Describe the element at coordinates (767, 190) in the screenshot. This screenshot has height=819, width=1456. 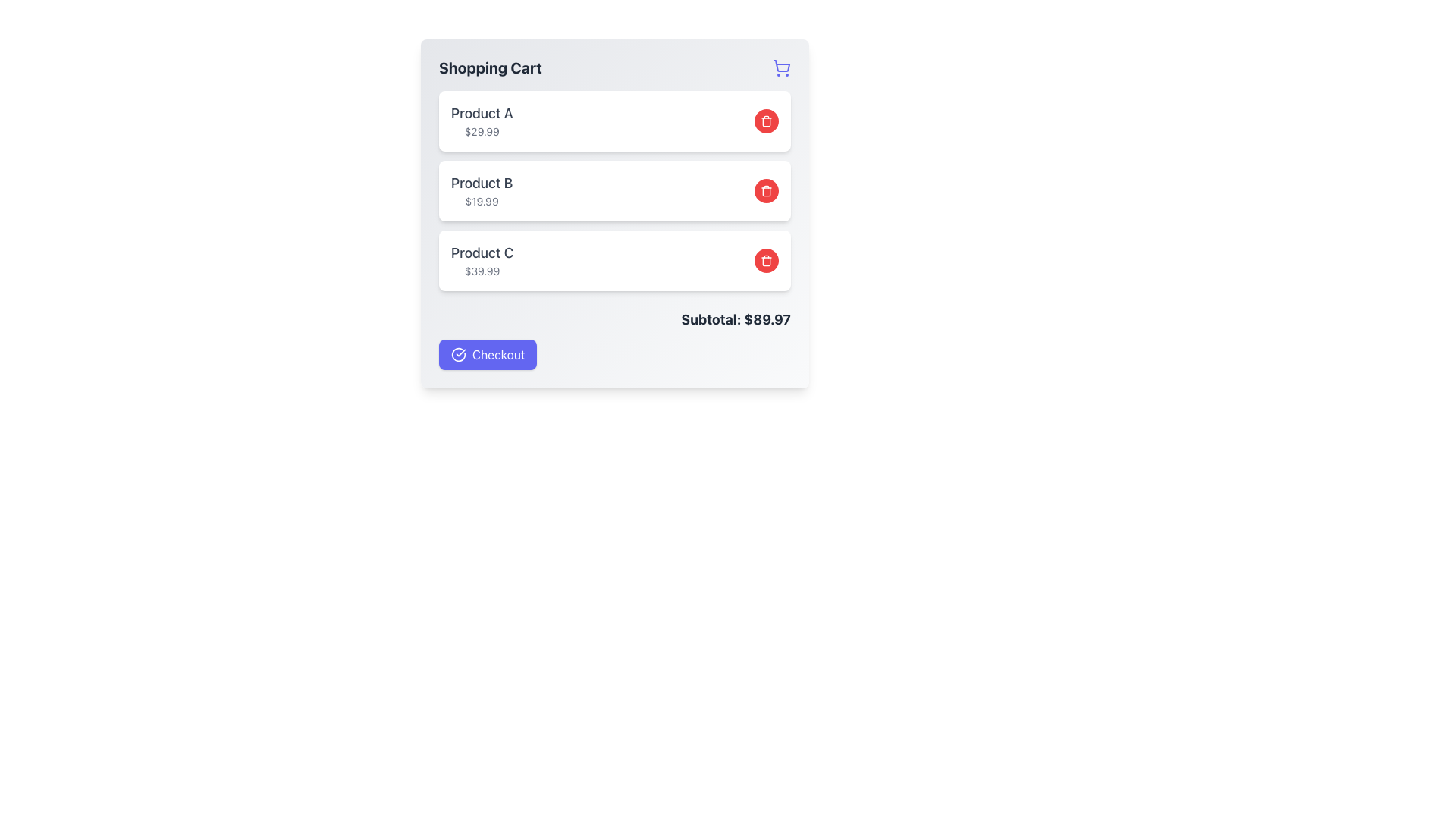
I see `the Trash can icon within the red button associated with 'Product B'` at that location.